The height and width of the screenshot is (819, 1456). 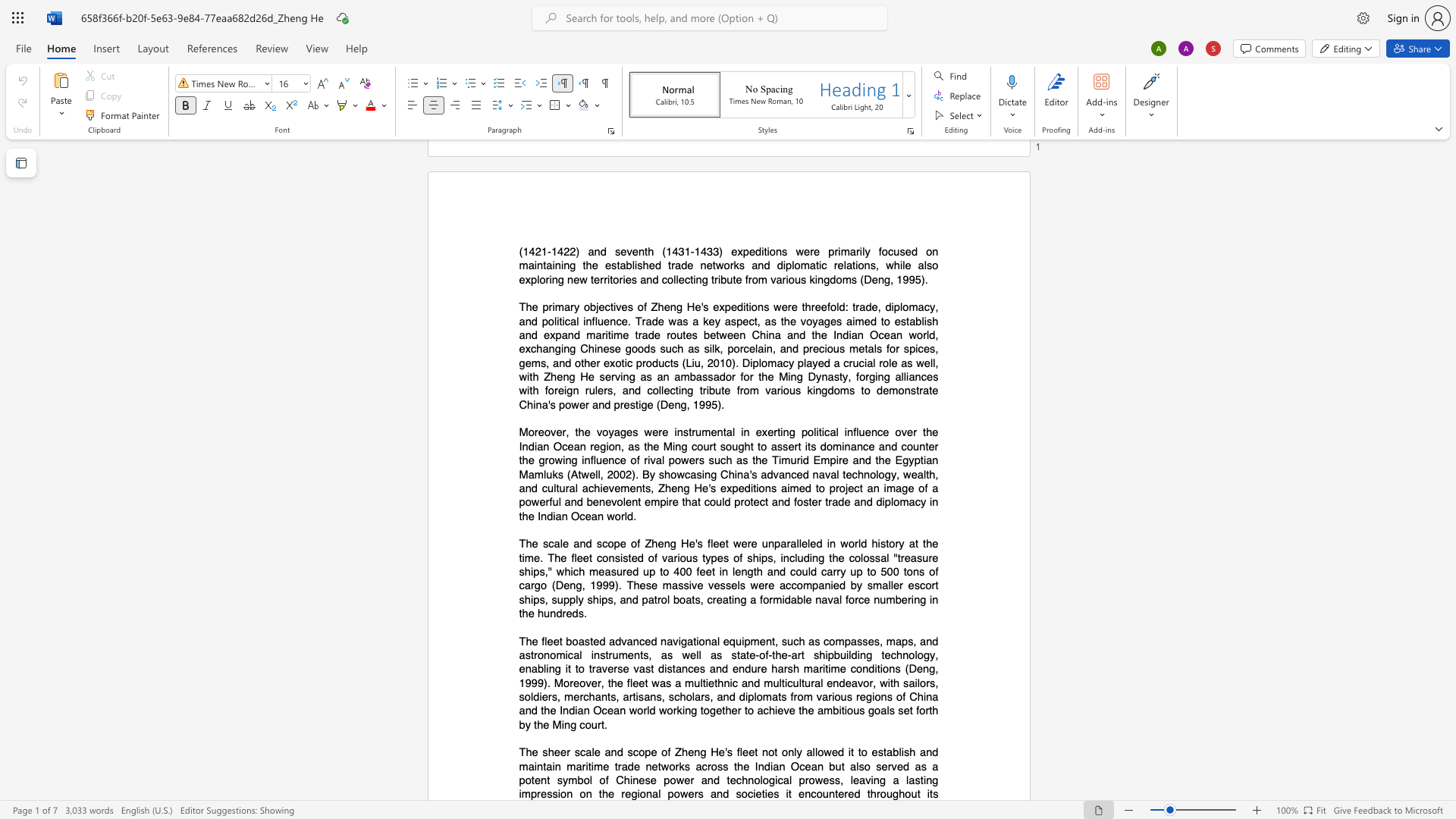 What do you see at coordinates (804, 793) in the screenshot?
I see `the subset text "ncounter" within the text "encountered"` at bounding box center [804, 793].